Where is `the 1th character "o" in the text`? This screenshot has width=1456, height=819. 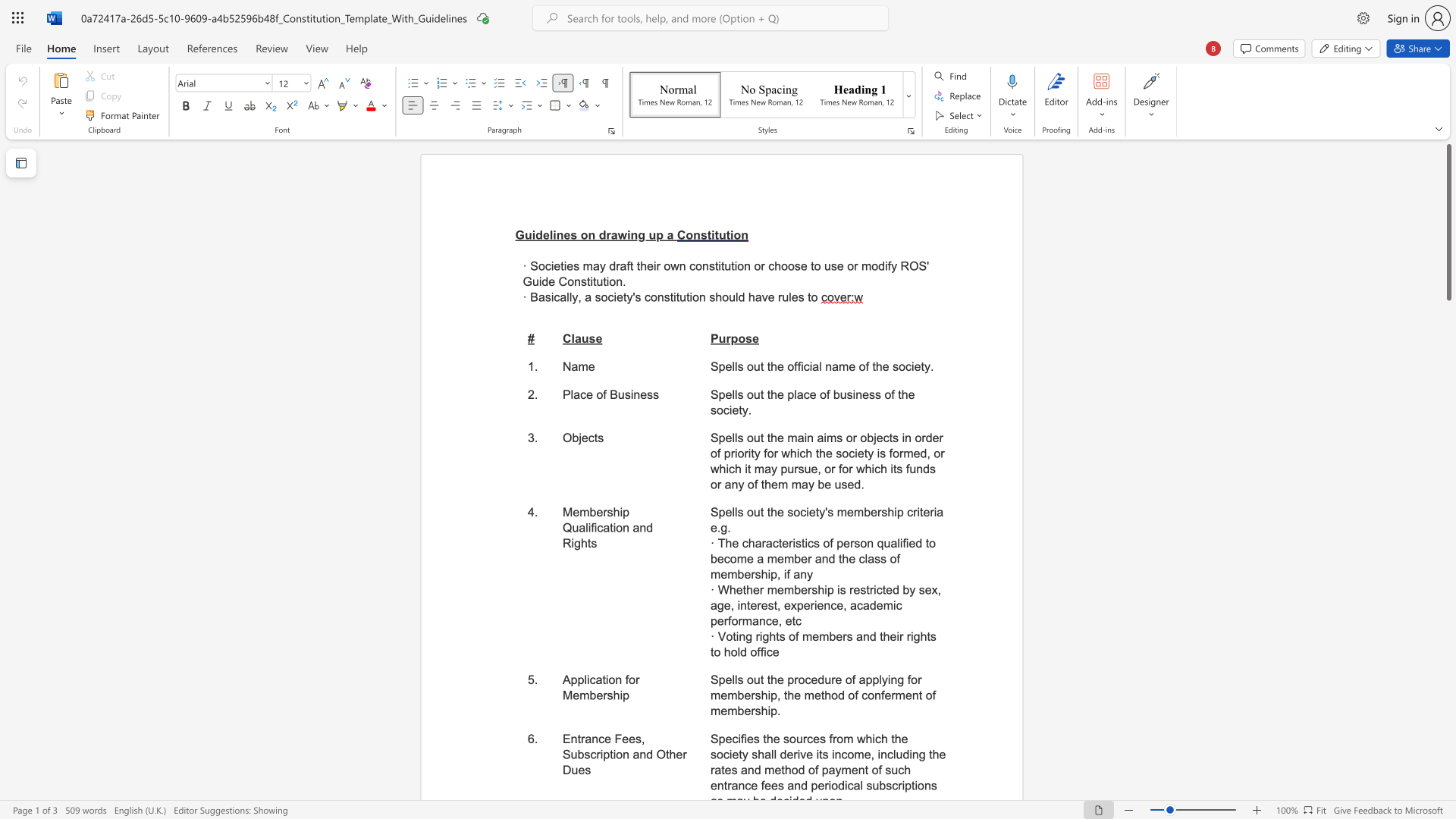 the 1th character "o" in the text is located at coordinates (583, 234).